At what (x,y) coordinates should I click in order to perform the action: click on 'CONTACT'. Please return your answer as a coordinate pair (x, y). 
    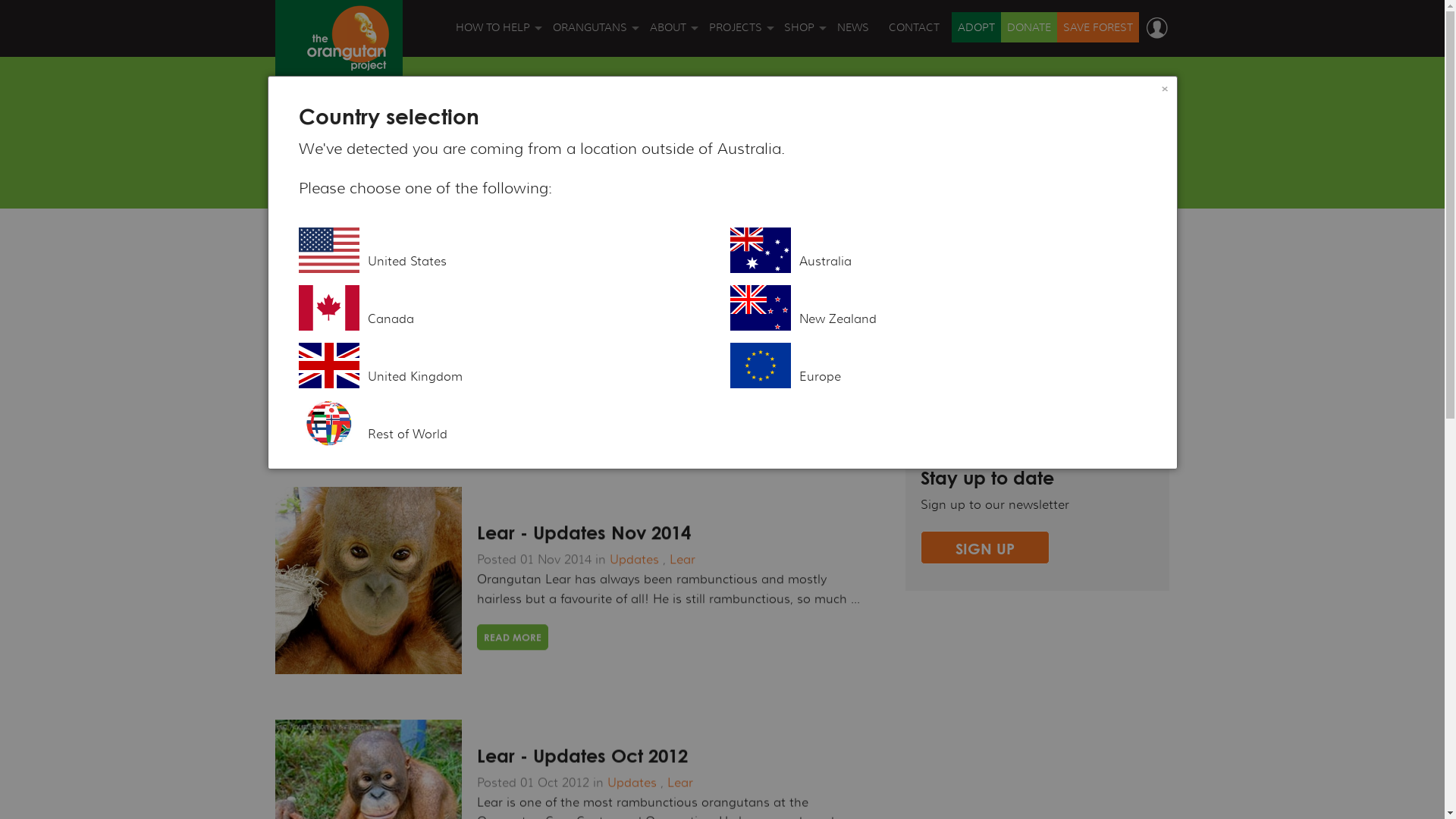
    Looking at the image, I should click on (916, 27).